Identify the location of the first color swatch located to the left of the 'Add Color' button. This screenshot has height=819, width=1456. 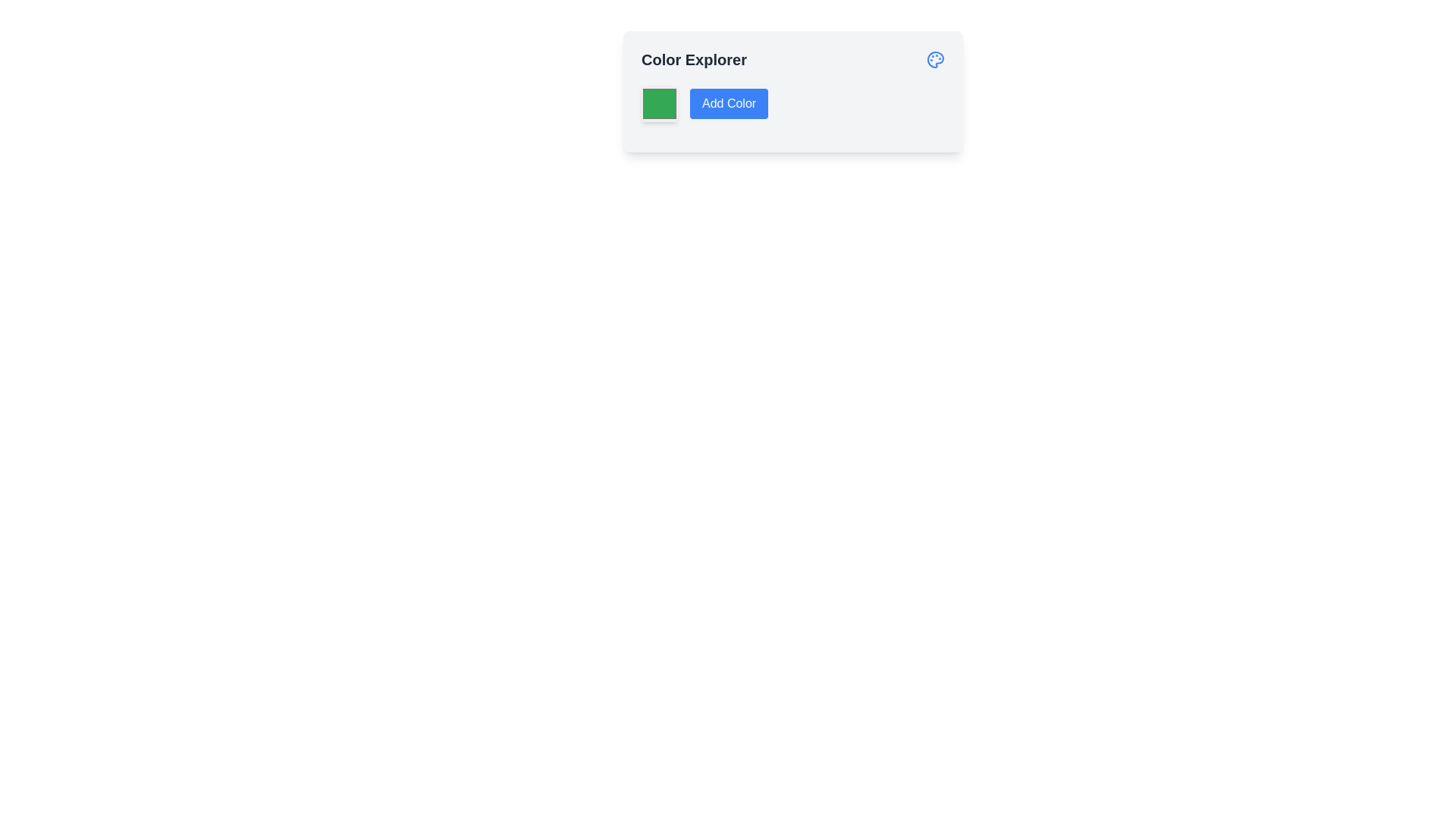
(659, 103).